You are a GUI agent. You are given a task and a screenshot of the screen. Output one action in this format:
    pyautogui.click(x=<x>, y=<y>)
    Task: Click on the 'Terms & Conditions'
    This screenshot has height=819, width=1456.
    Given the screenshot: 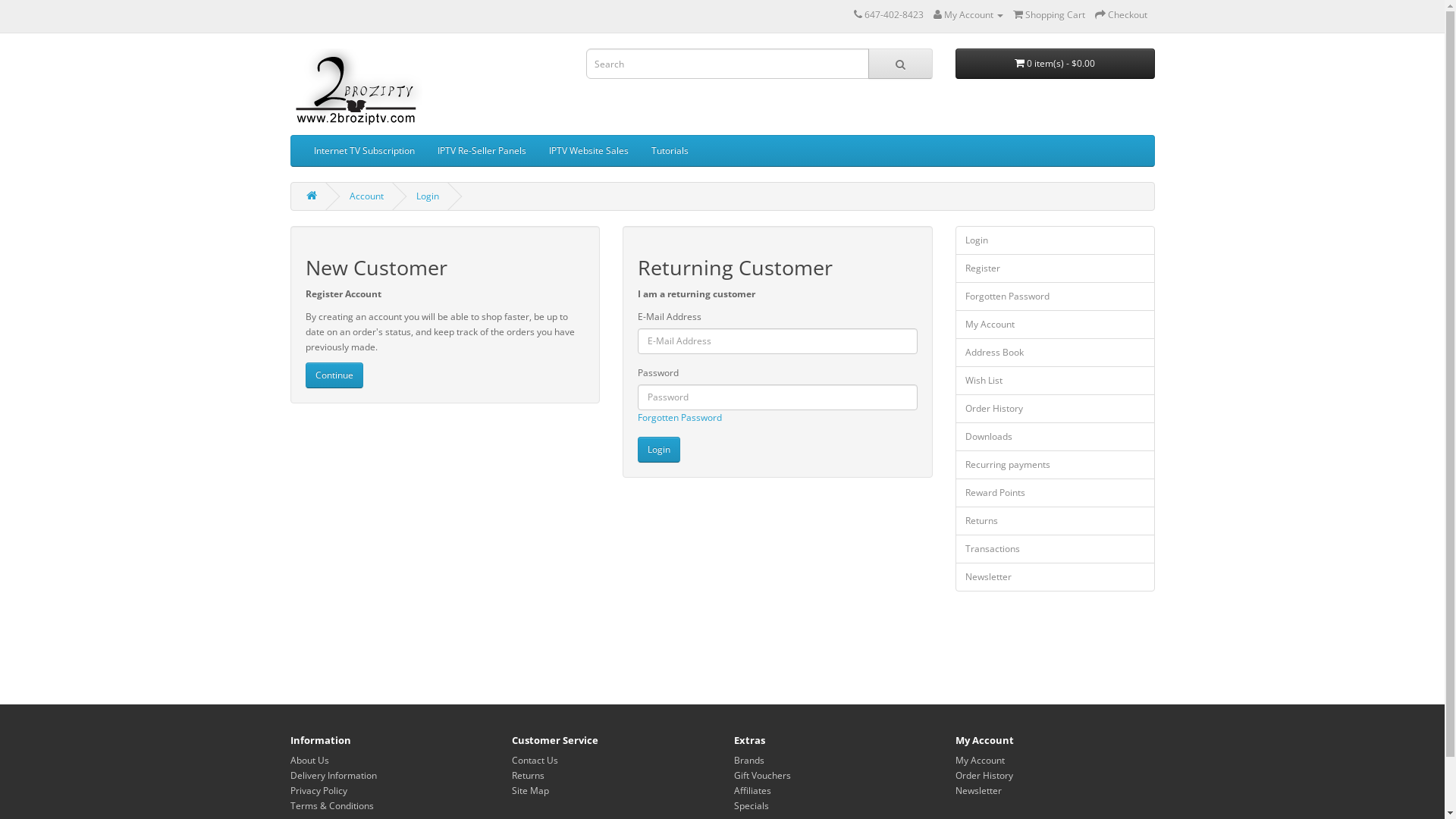 What is the action you would take?
    pyautogui.click(x=330, y=805)
    